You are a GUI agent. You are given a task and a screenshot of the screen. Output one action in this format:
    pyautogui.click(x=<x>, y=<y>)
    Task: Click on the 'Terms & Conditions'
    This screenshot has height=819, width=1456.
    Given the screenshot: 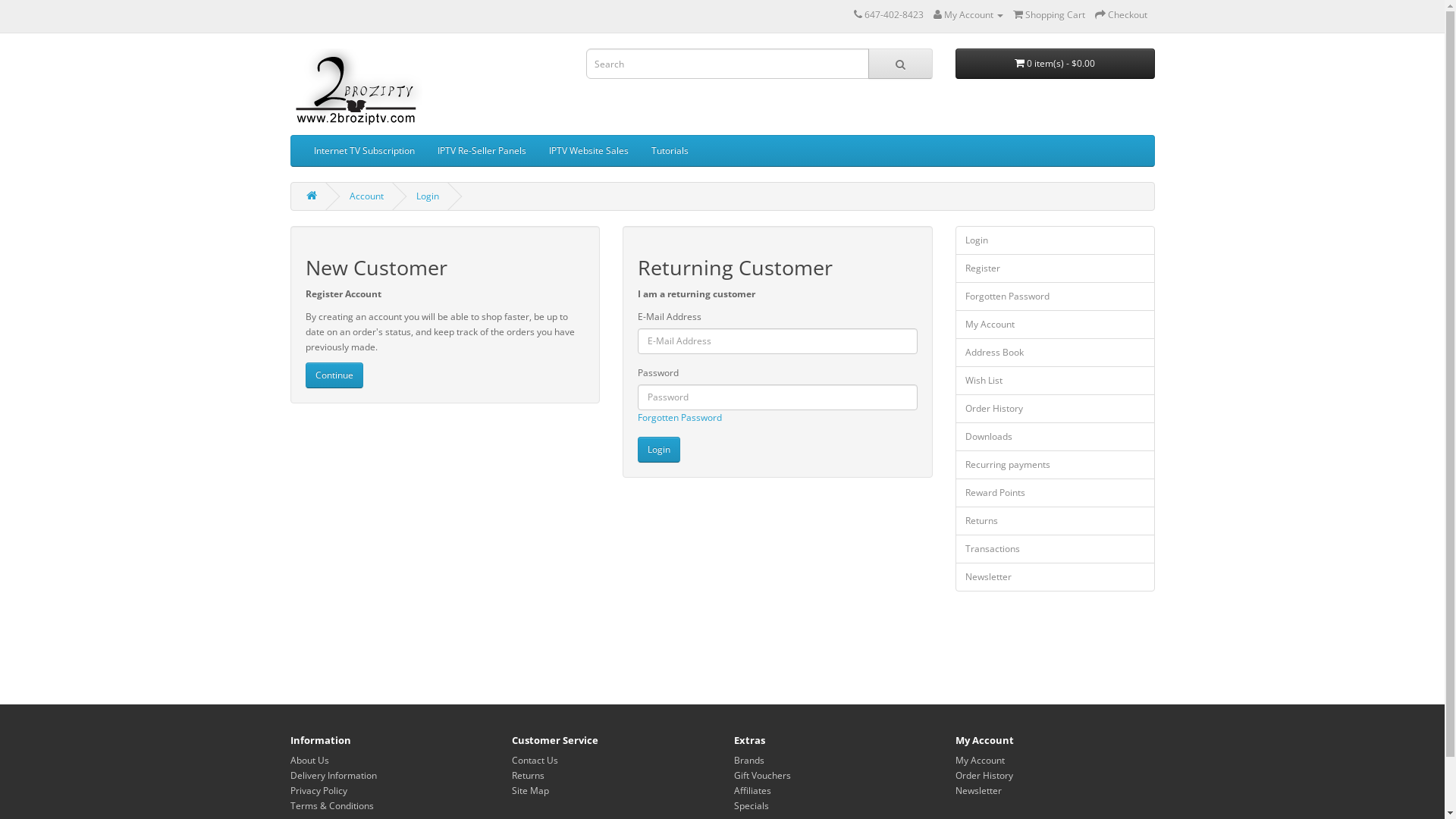 What is the action you would take?
    pyautogui.click(x=330, y=805)
    